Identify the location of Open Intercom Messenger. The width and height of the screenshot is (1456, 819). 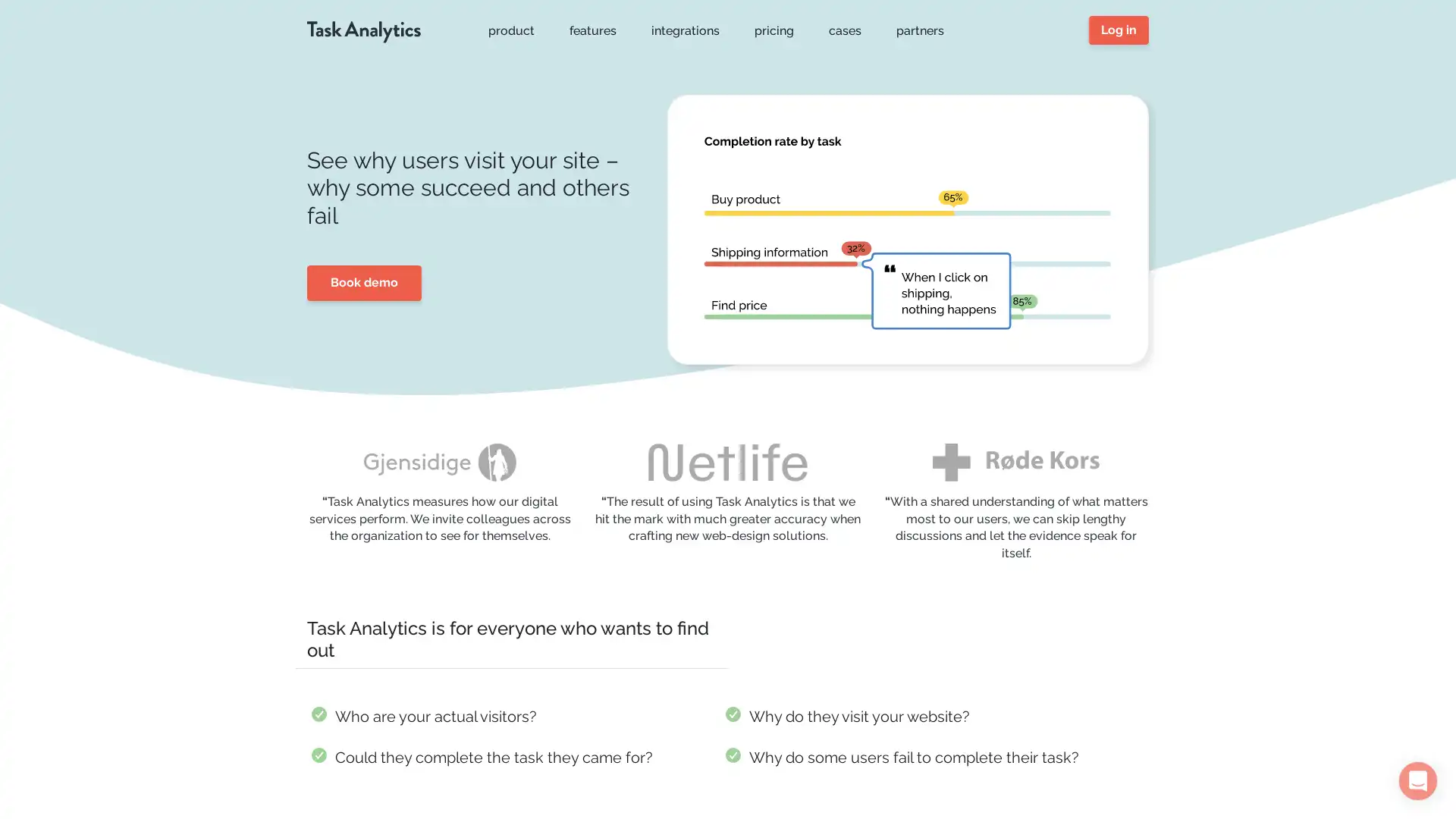
(1417, 780).